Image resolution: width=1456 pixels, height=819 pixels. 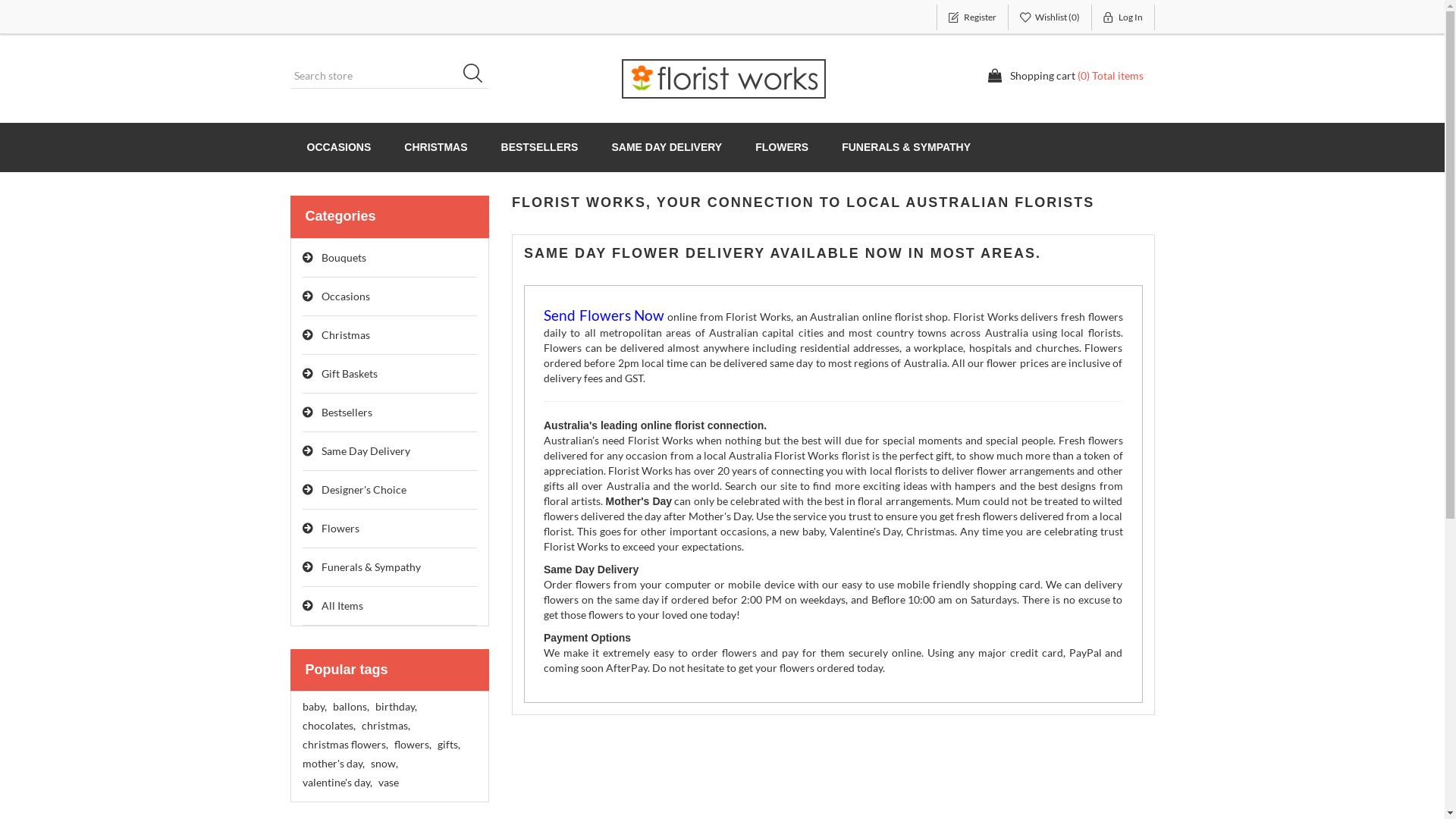 I want to click on 'BESTSELLERS', so click(x=539, y=147).